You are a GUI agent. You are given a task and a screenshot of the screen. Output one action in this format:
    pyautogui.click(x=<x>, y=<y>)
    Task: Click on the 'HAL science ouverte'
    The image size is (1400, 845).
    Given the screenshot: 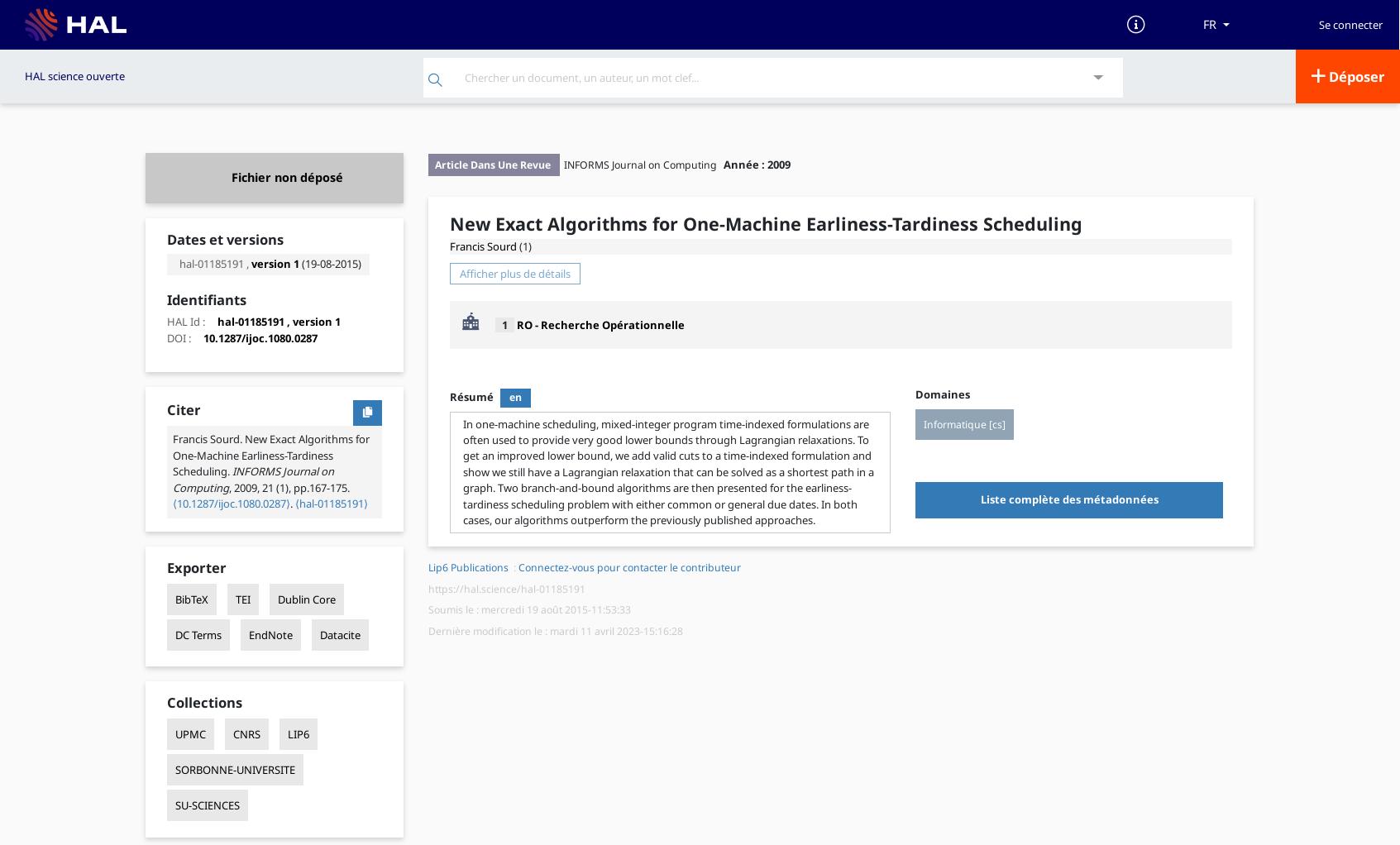 What is the action you would take?
    pyautogui.click(x=23, y=74)
    